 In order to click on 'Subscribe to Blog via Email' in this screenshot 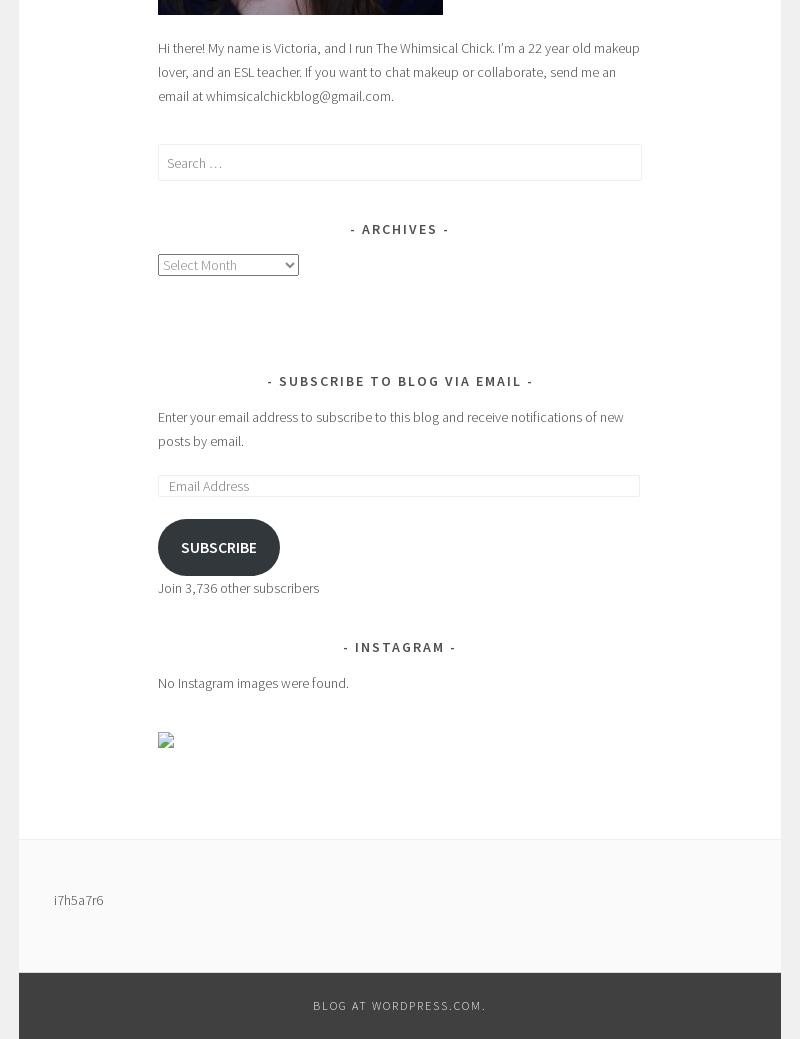, I will do `click(398, 380)`.